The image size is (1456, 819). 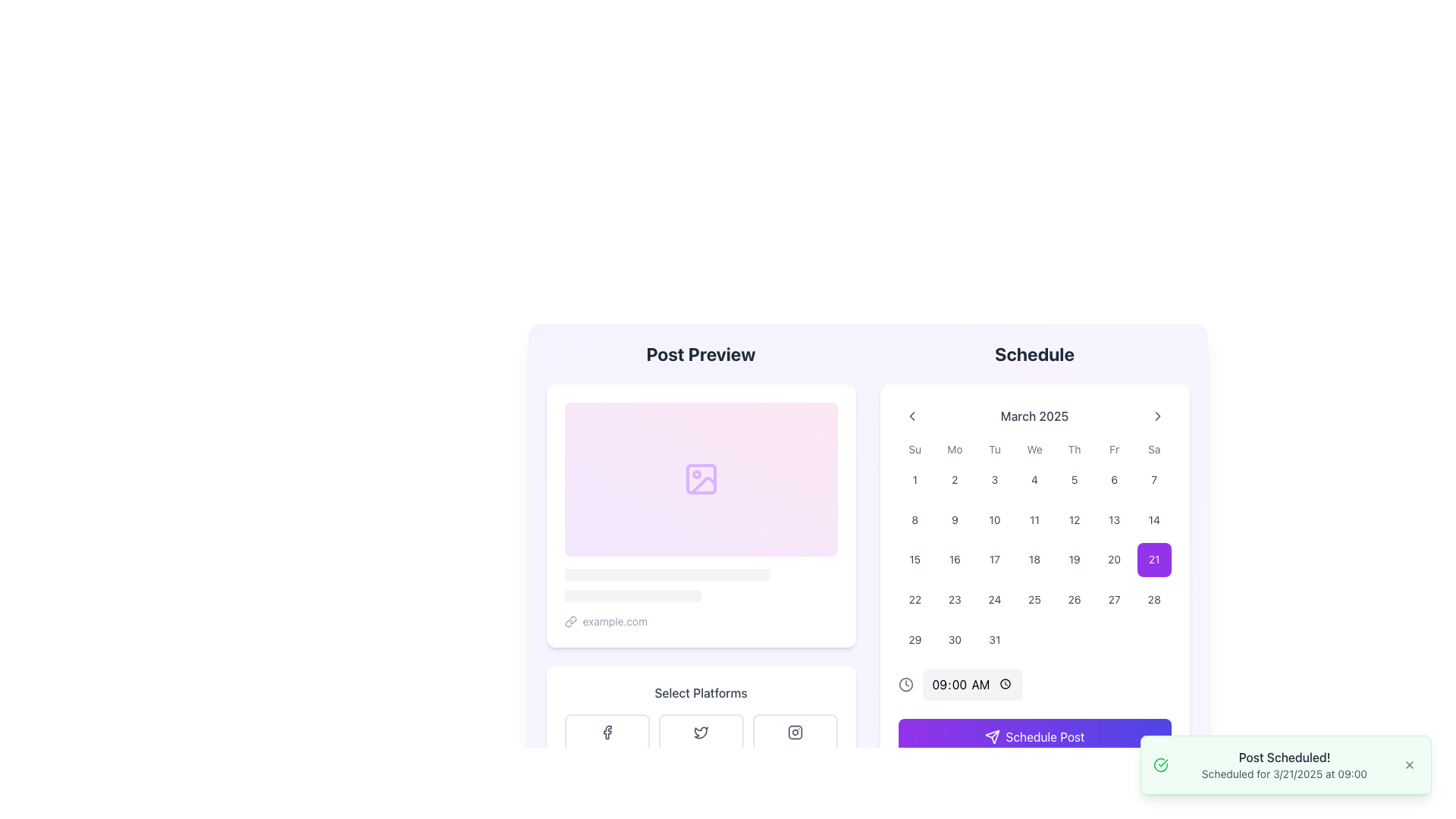 What do you see at coordinates (1074, 449) in the screenshot?
I see `the Static Text Label displaying 'Th', which is styled in gray and centrally aligned, located in the fifth position of the top row in a calendar-like grid layout` at bounding box center [1074, 449].